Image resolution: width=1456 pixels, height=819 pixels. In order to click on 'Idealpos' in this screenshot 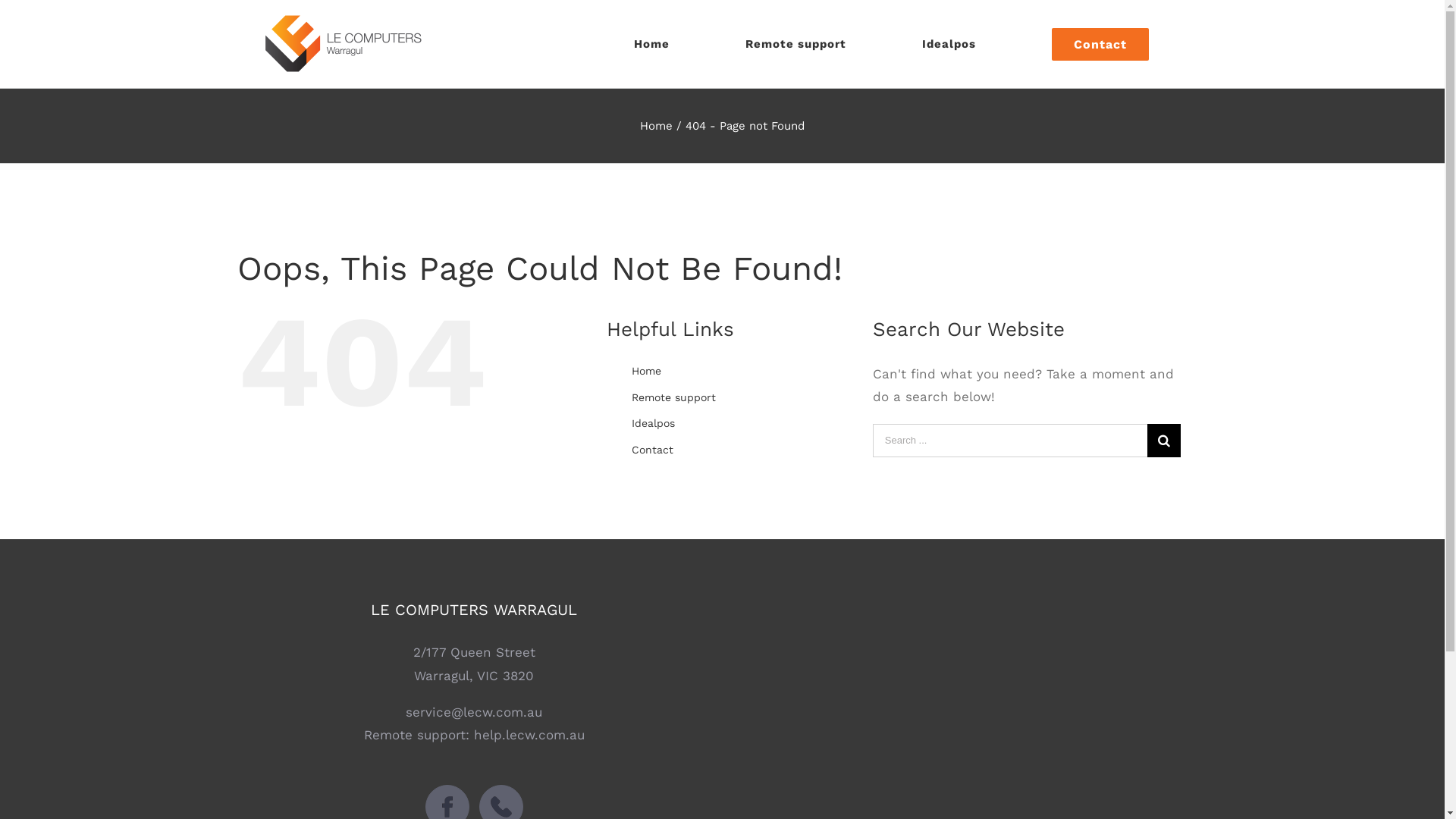, I will do `click(653, 423)`.